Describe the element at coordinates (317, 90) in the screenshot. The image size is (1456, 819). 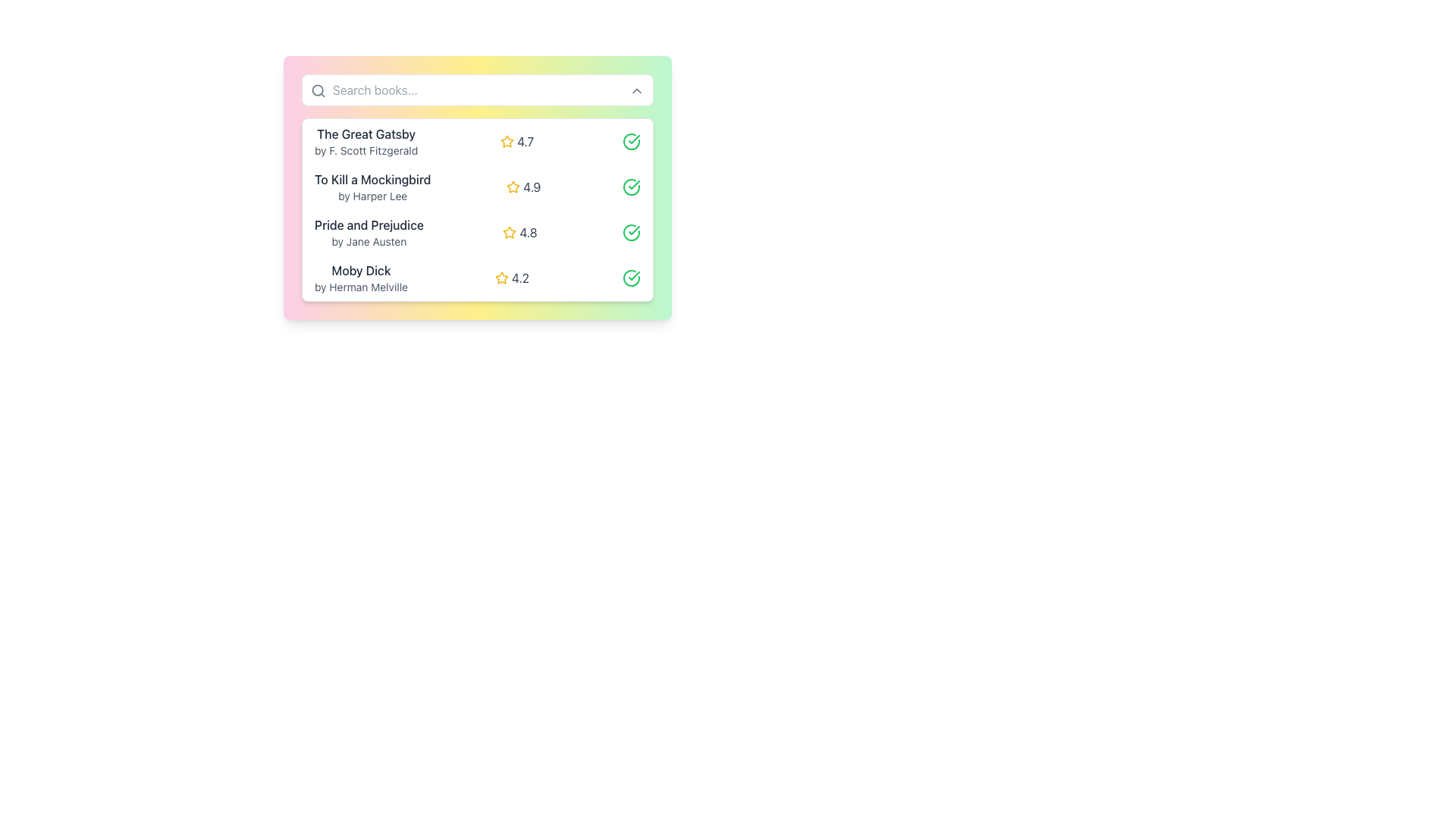
I see `the circular part of the search icon located at the top left of the interface in the search bar` at that location.